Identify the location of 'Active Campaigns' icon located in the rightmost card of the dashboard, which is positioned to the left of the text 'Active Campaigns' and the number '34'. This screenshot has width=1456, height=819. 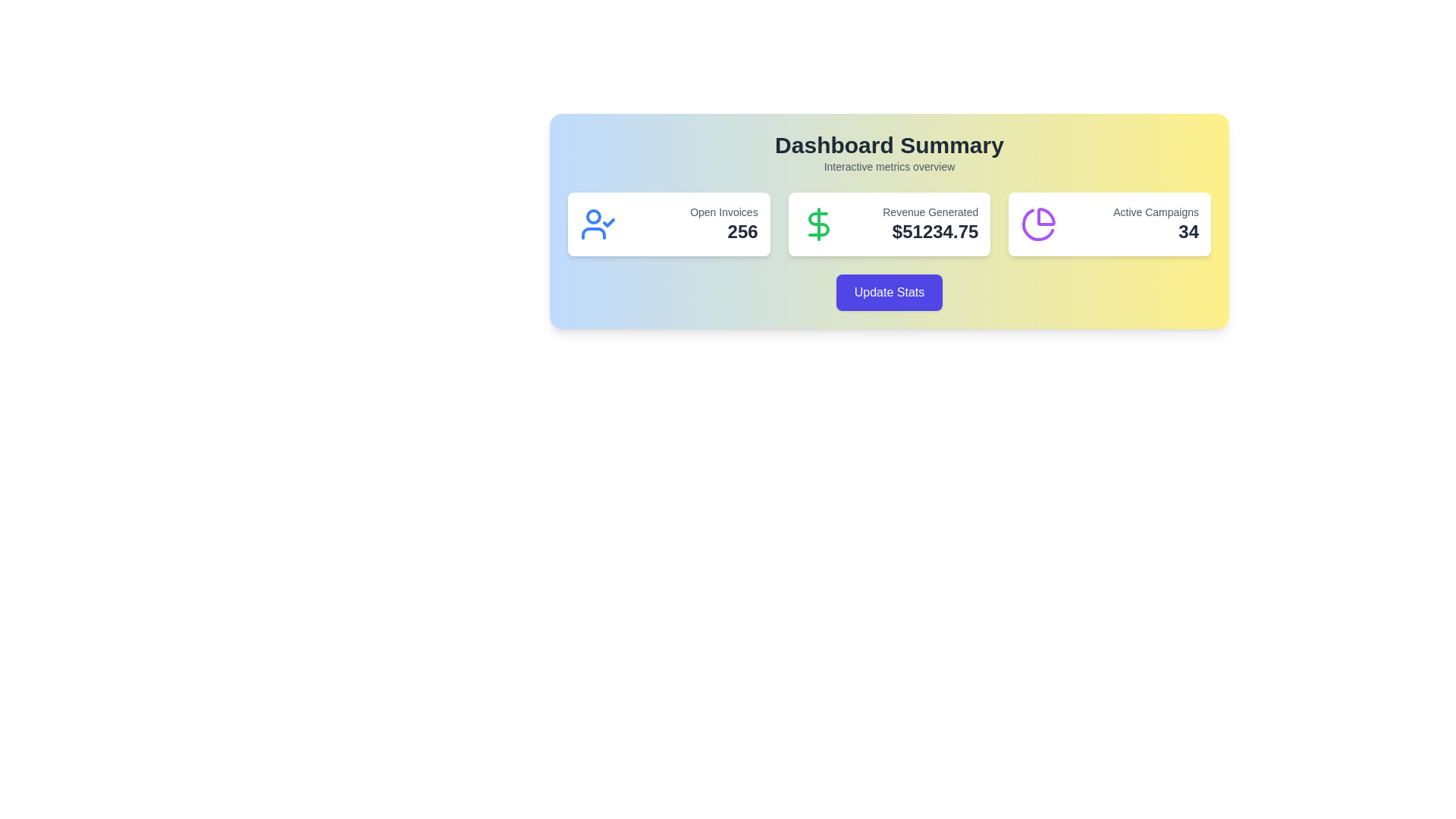
(1038, 224).